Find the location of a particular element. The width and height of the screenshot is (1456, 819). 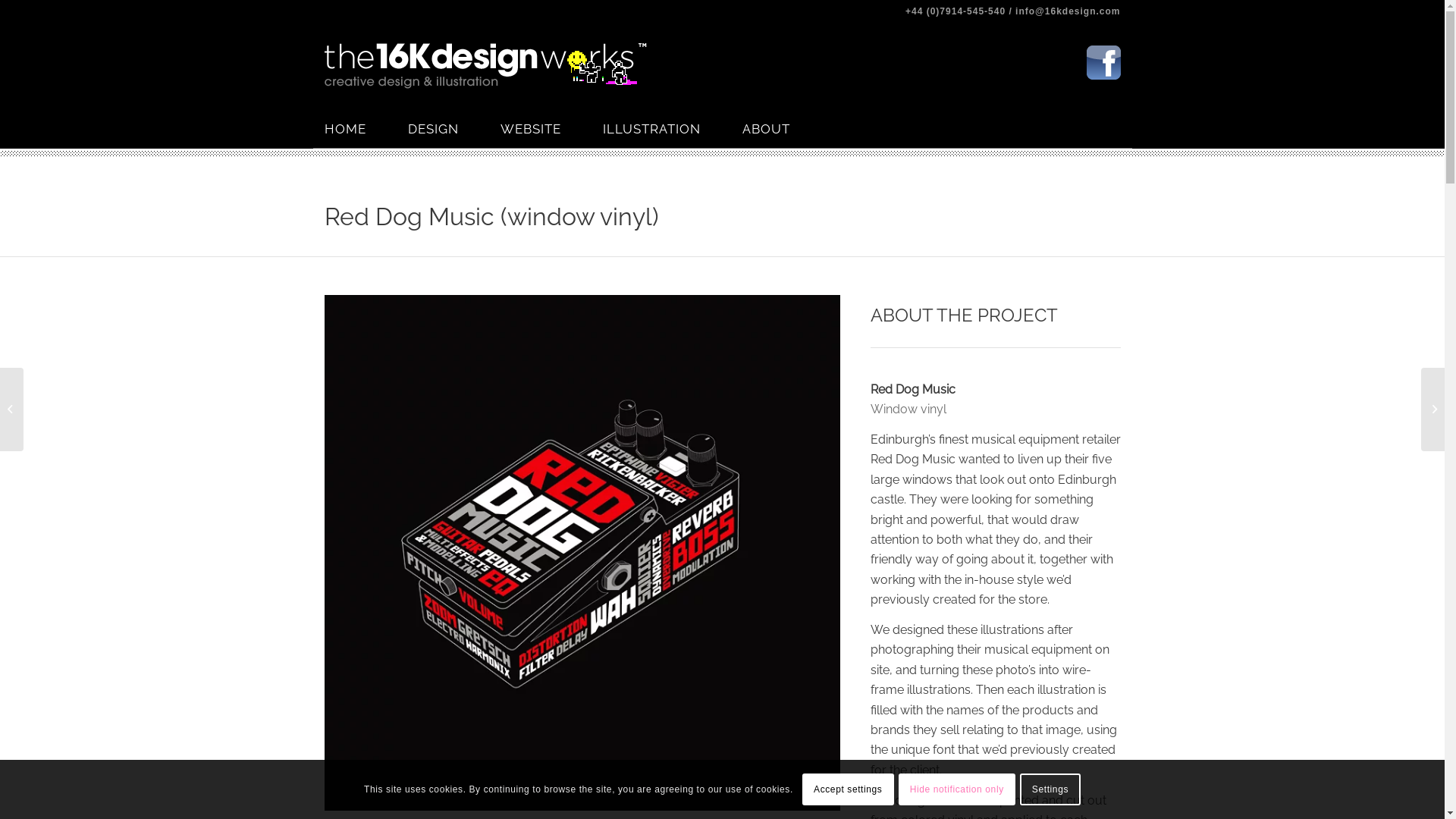

'Hide notification only' is located at coordinates (956, 789).